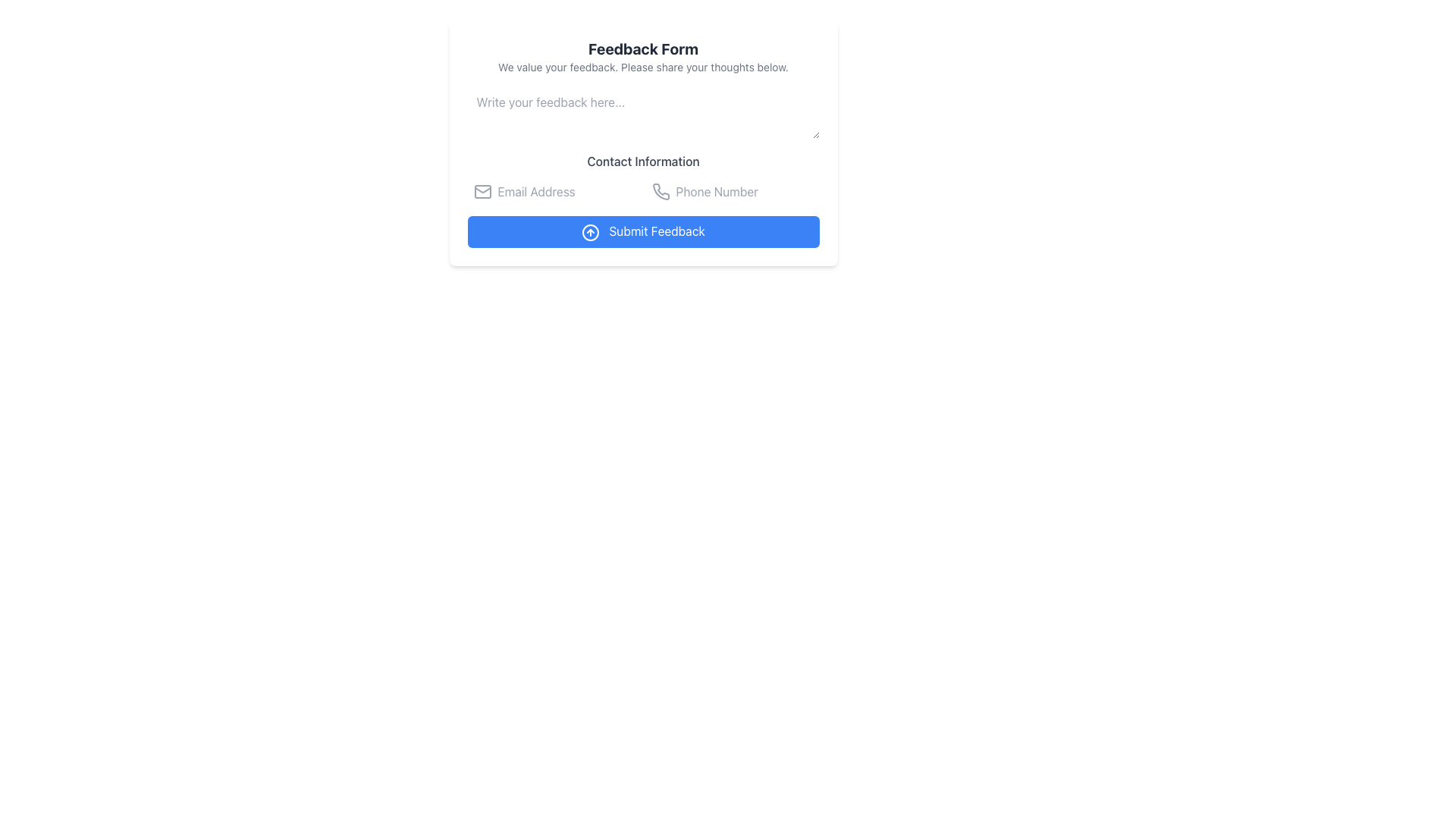 The image size is (1456, 819). I want to click on the blue 'Submit Feedback' button with white text and an upward arrow icon, so click(643, 231).